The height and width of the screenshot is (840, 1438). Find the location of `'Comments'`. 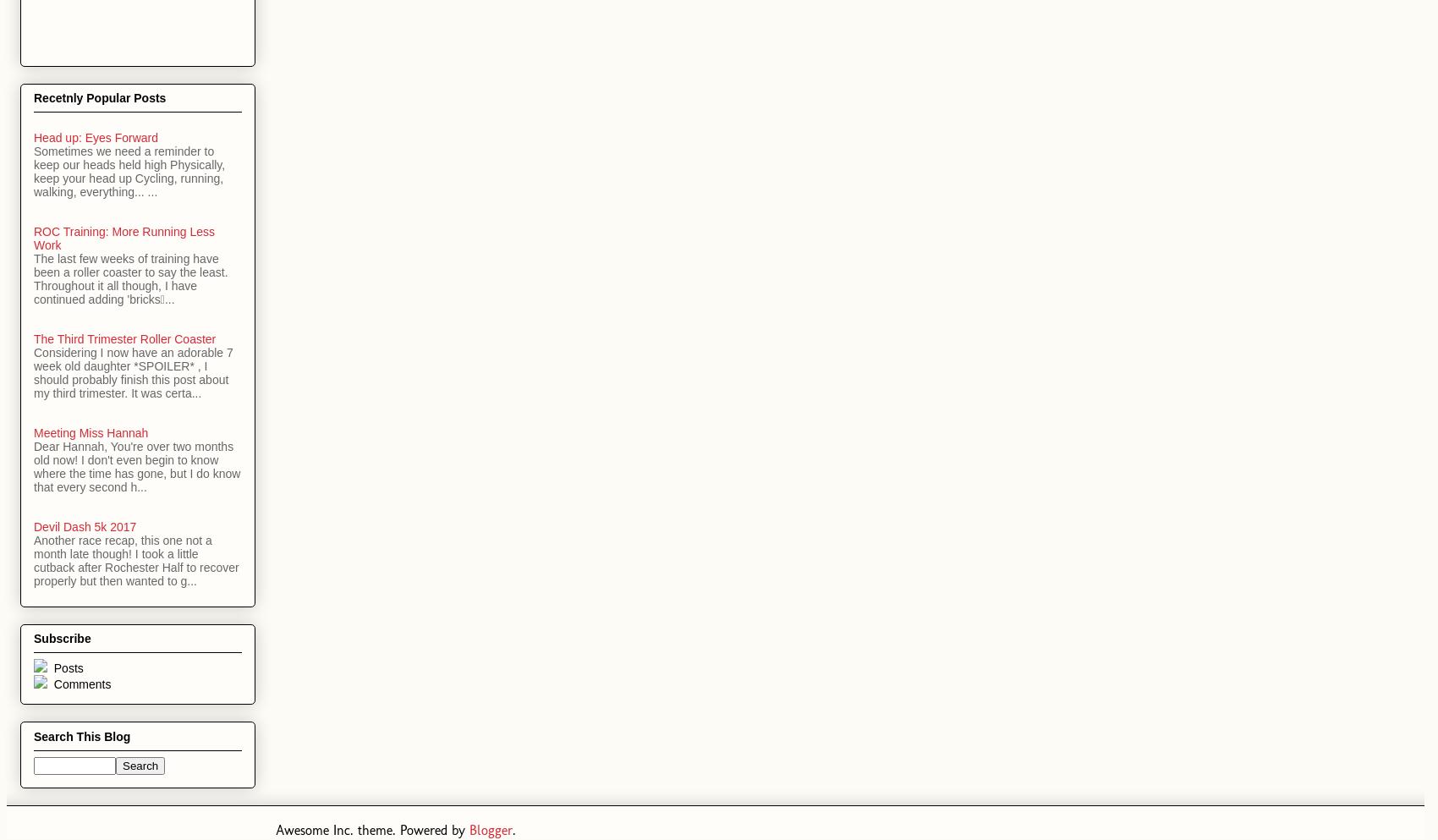

'Comments' is located at coordinates (80, 684).